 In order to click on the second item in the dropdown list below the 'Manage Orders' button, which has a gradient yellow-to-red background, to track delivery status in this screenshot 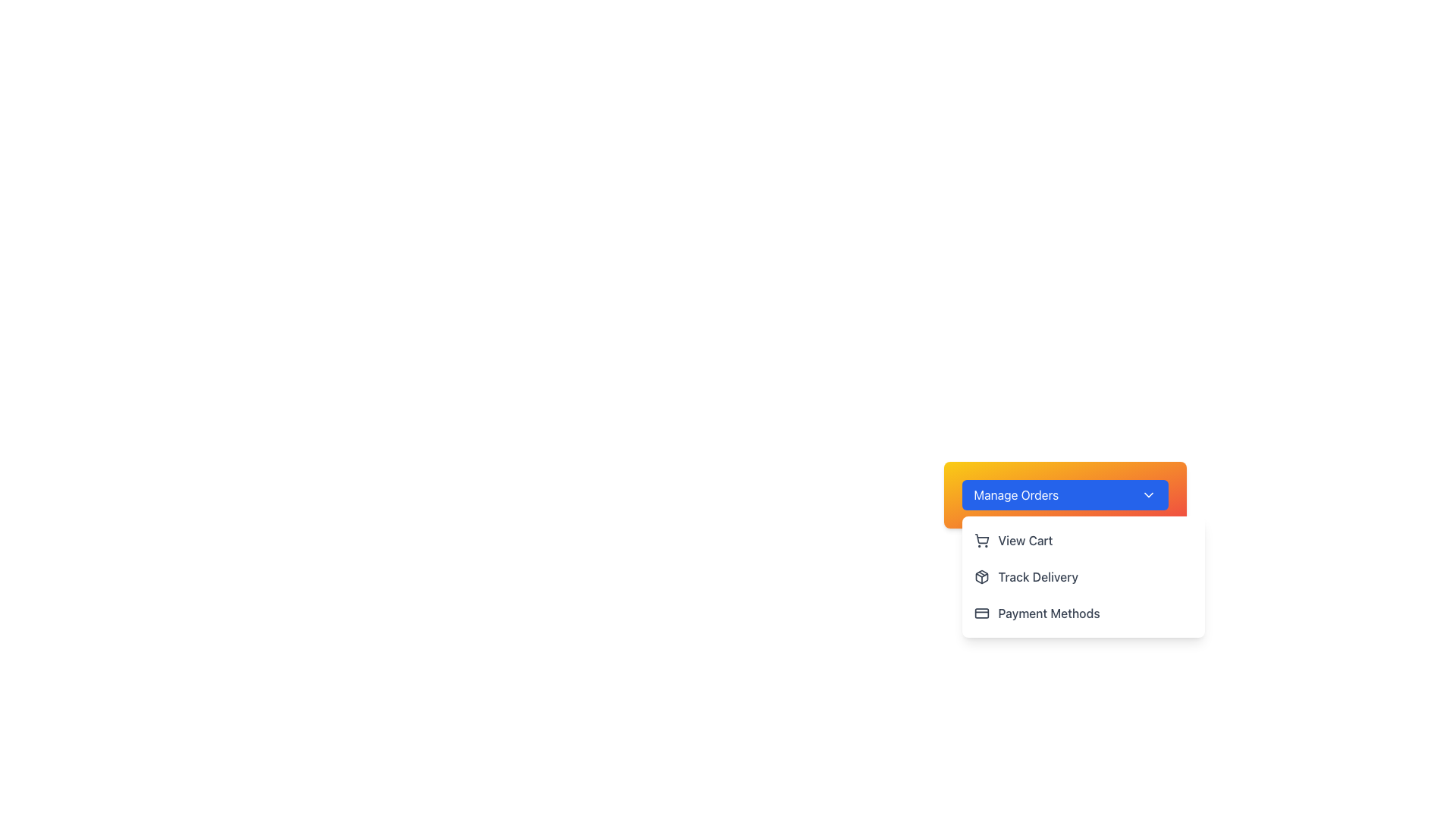, I will do `click(1082, 576)`.